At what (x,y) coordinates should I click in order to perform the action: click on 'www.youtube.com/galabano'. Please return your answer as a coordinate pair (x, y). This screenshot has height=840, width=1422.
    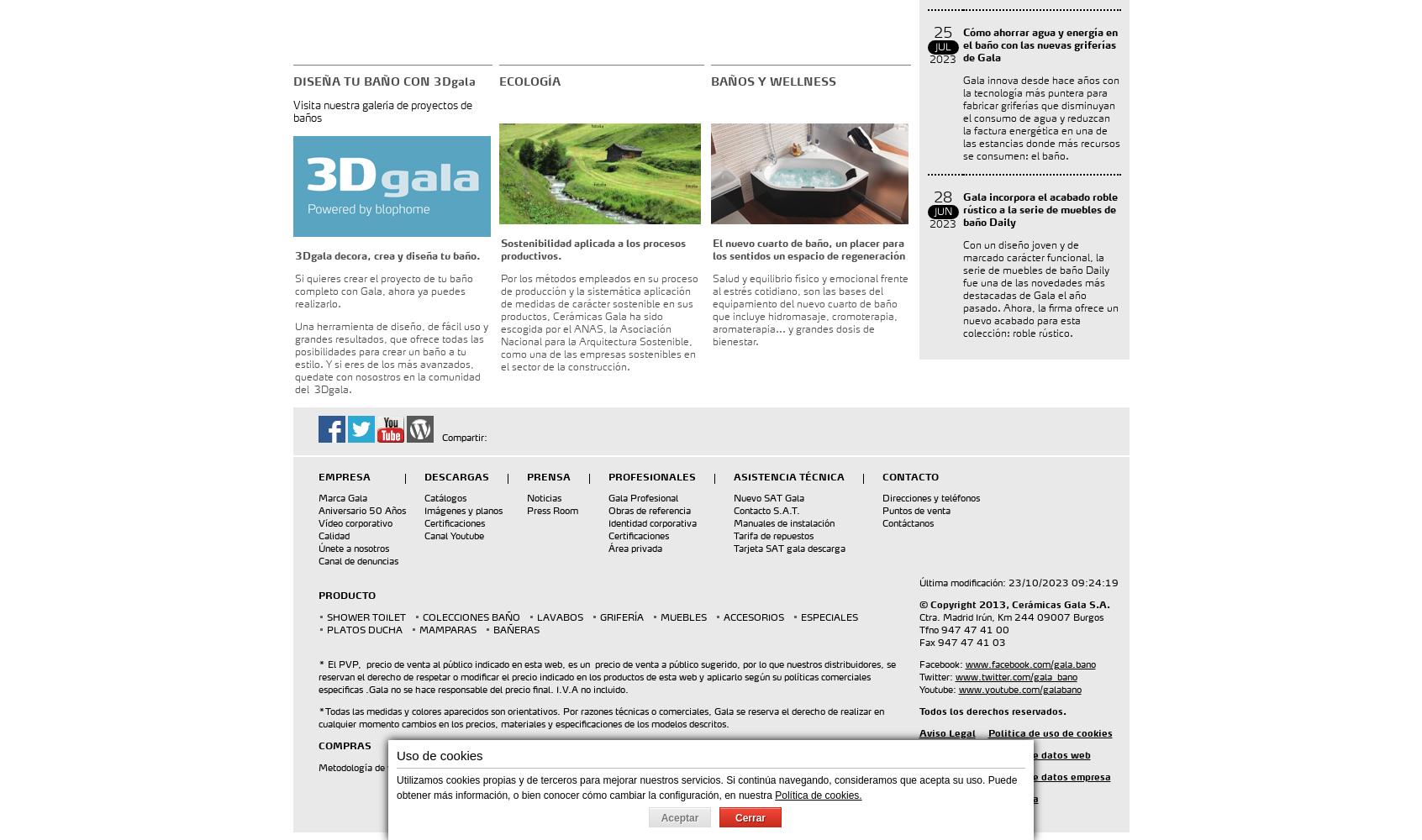
    Looking at the image, I should click on (1019, 689).